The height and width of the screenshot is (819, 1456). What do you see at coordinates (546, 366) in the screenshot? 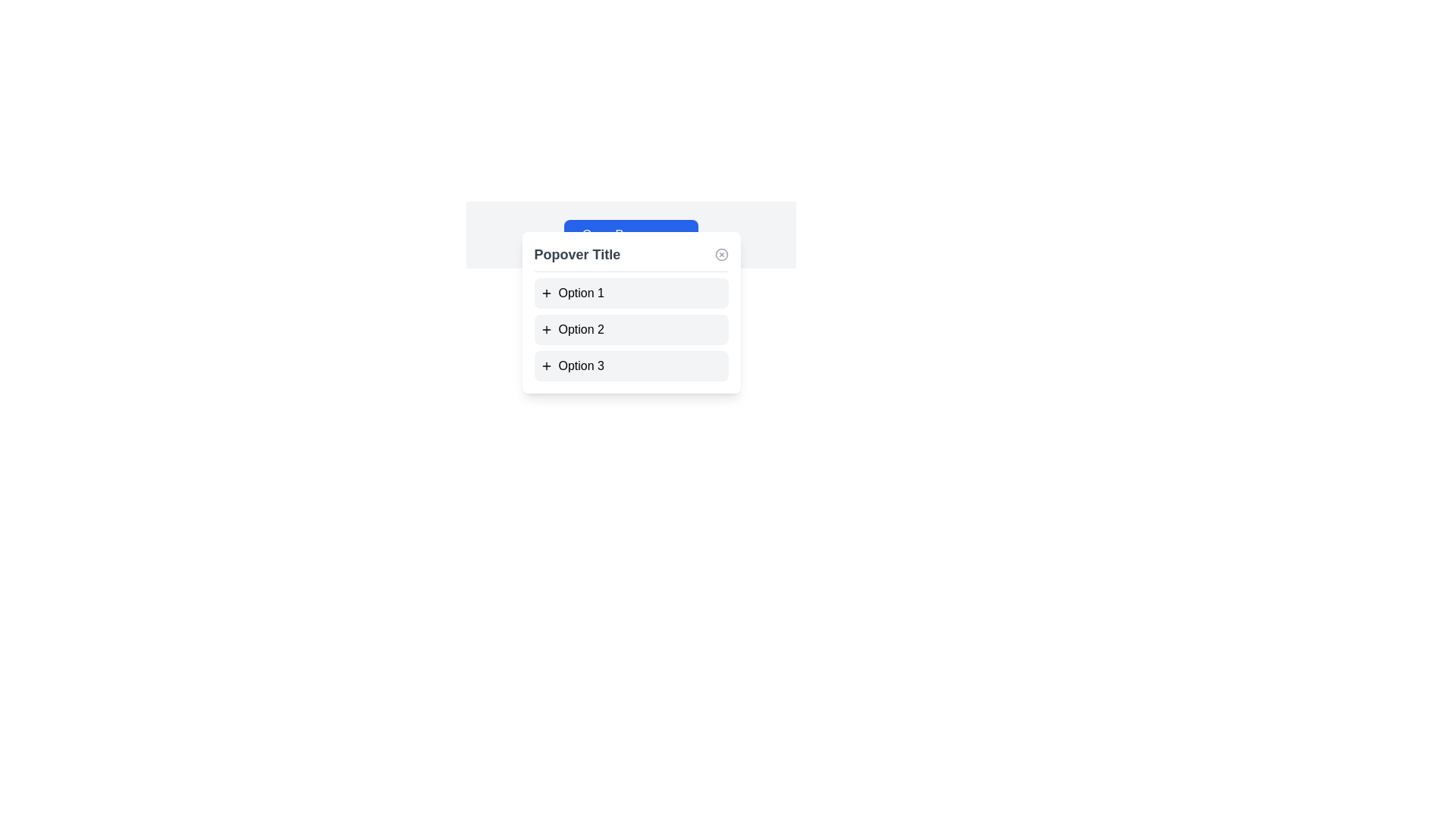
I see `the plus icon that triggers the 'Option 3' feature, located on the left side of the 'Option 3' text within the third list item of a popover menu` at bounding box center [546, 366].